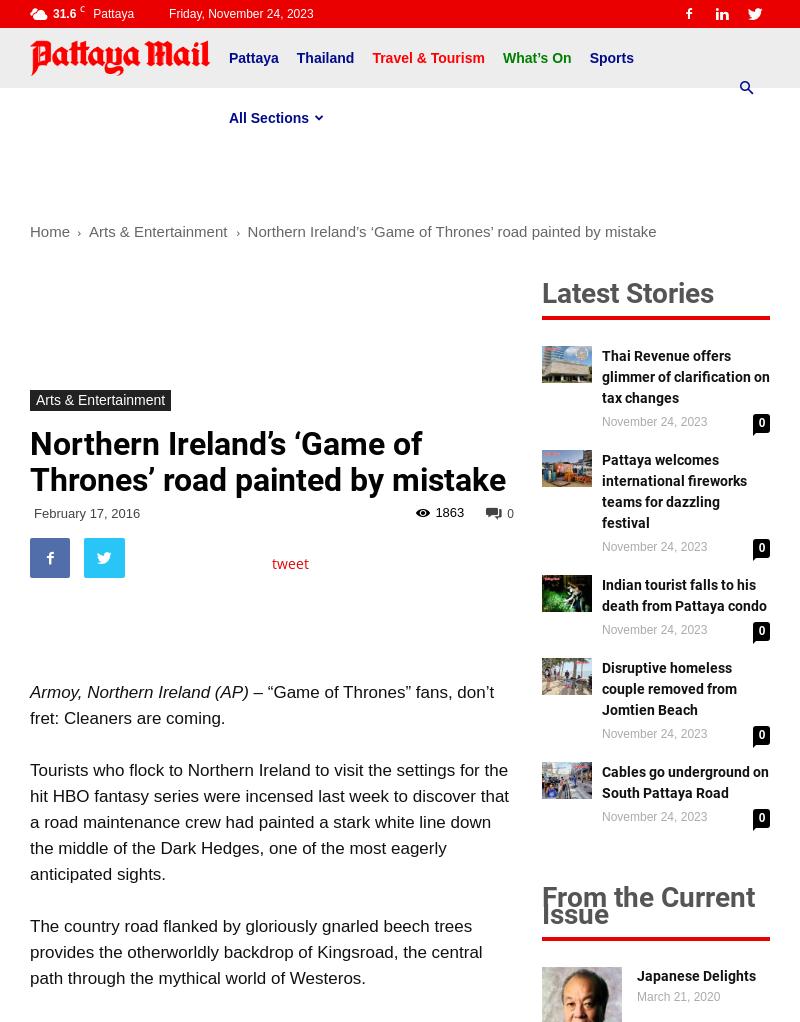 This screenshot has width=800, height=1022. What do you see at coordinates (141, 691) in the screenshot?
I see `'Armoy, Northern Ireland (AP)'` at bounding box center [141, 691].